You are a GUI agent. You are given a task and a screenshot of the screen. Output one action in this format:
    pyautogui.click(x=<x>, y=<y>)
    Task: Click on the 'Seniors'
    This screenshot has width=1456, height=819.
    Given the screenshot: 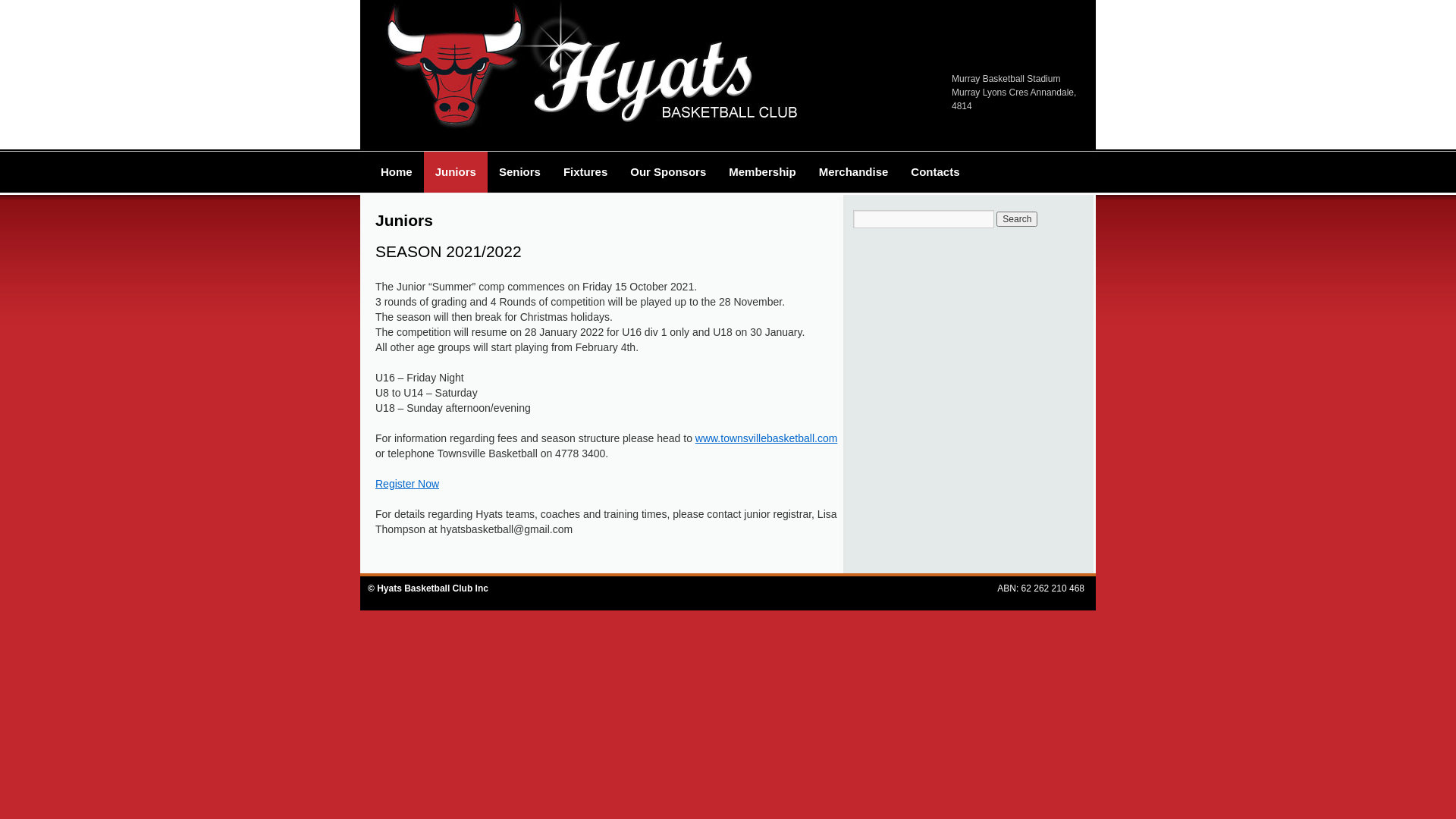 What is the action you would take?
    pyautogui.click(x=519, y=171)
    